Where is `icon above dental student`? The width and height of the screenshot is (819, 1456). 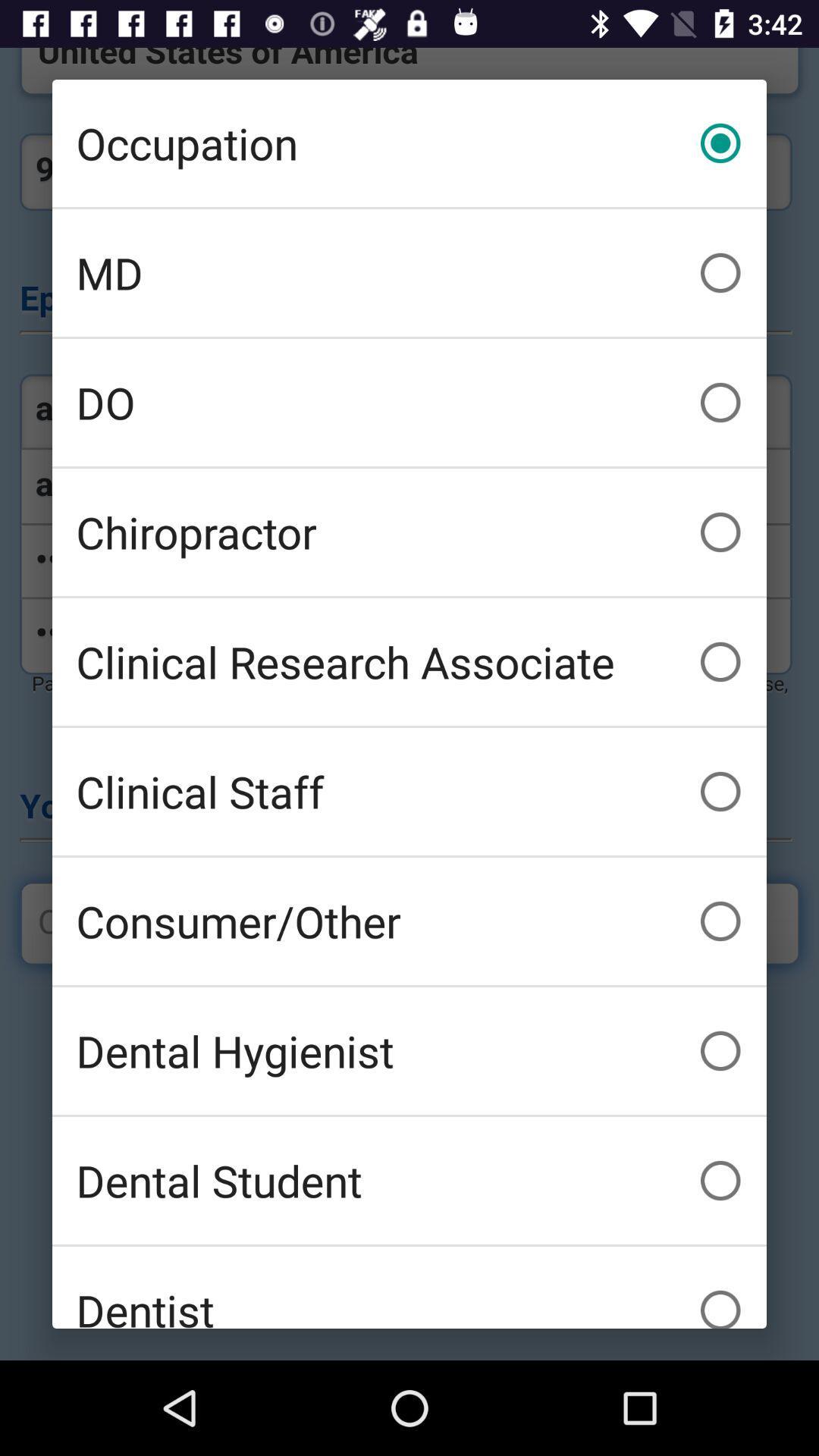
icon above dental student is located at coordinates (409, 1050).